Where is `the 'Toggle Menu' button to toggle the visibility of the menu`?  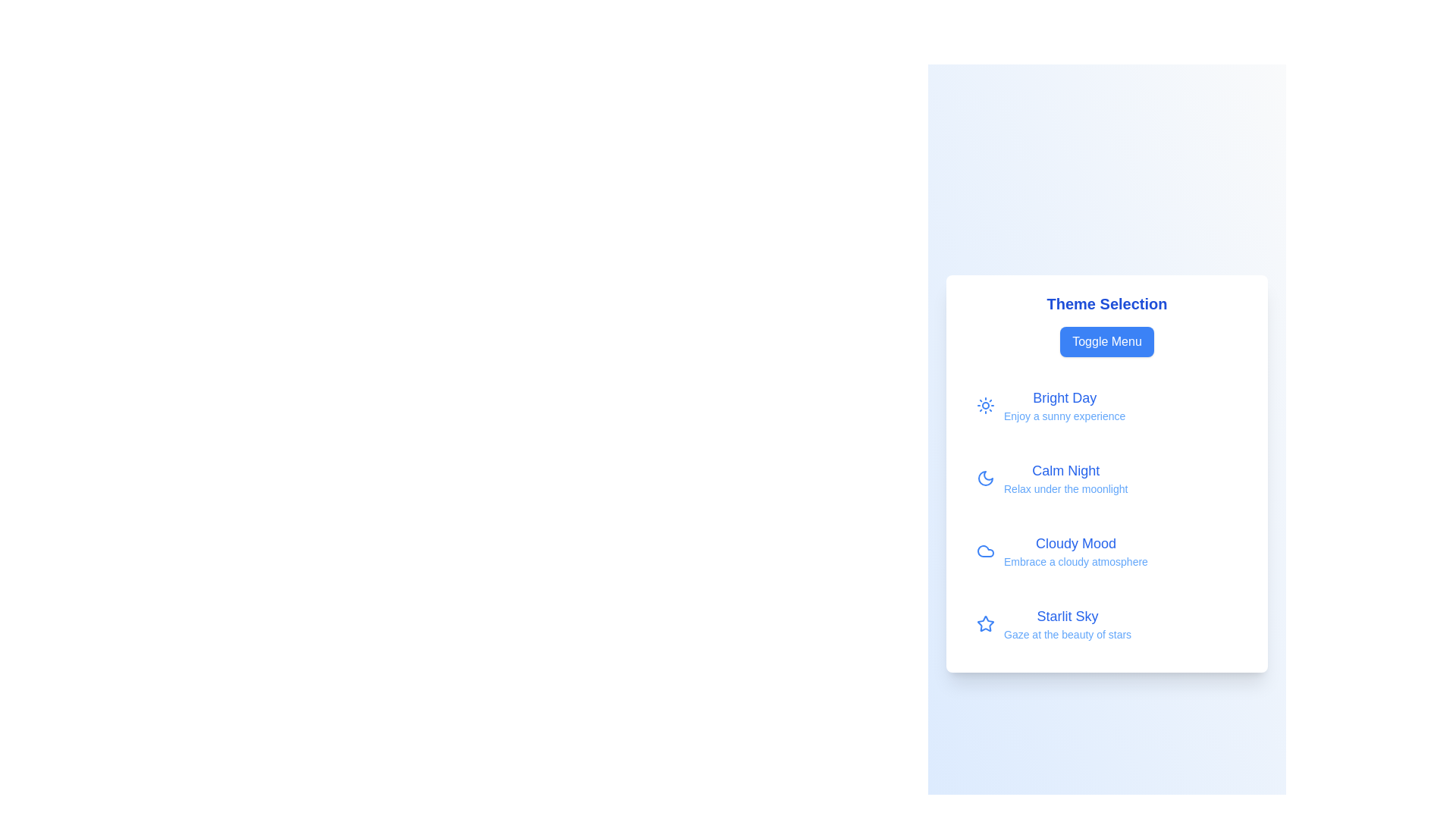 the 'Toggle Menu' button to toggle the visibility of the menu is located at coordinates (1106, 342).